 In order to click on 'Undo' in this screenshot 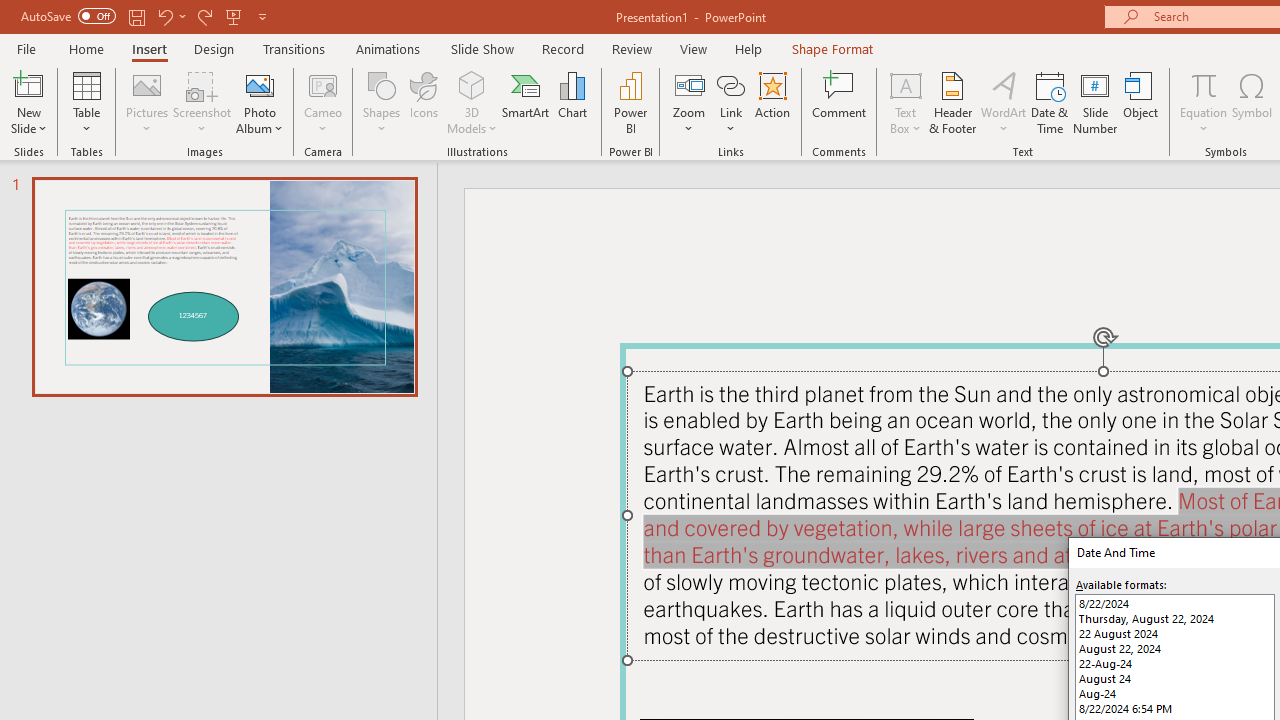, I will do `click(170, 16)`.